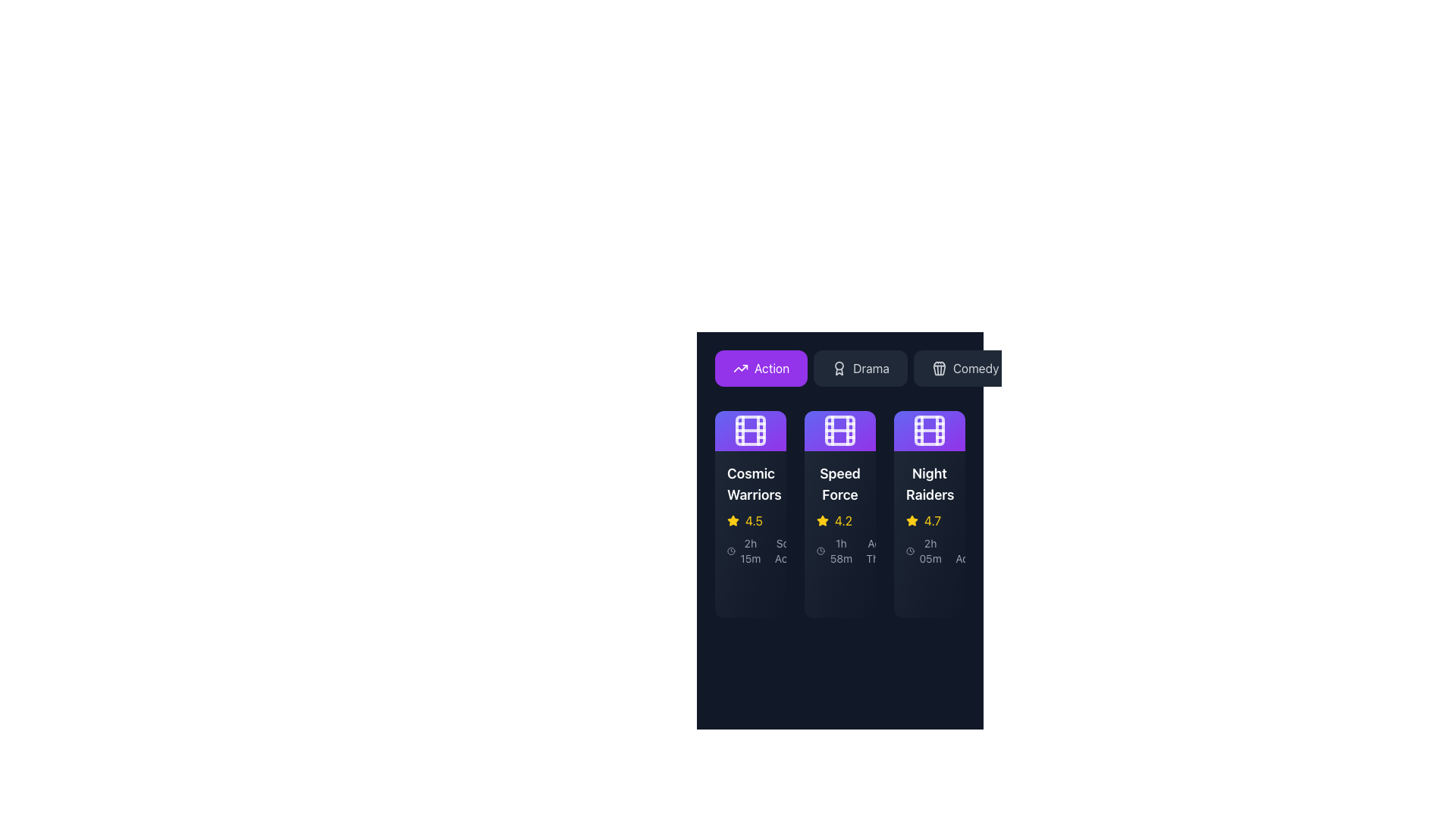 This screenshot has height=819, width=1456. What do you see at coordinates (928, 551) in the screenshot?
I see `the clock icon located to the left of the duration indicator '2h 05m' in the 'Night Raiders' card, which is the third card in the list` at bounding box center [928, 551].